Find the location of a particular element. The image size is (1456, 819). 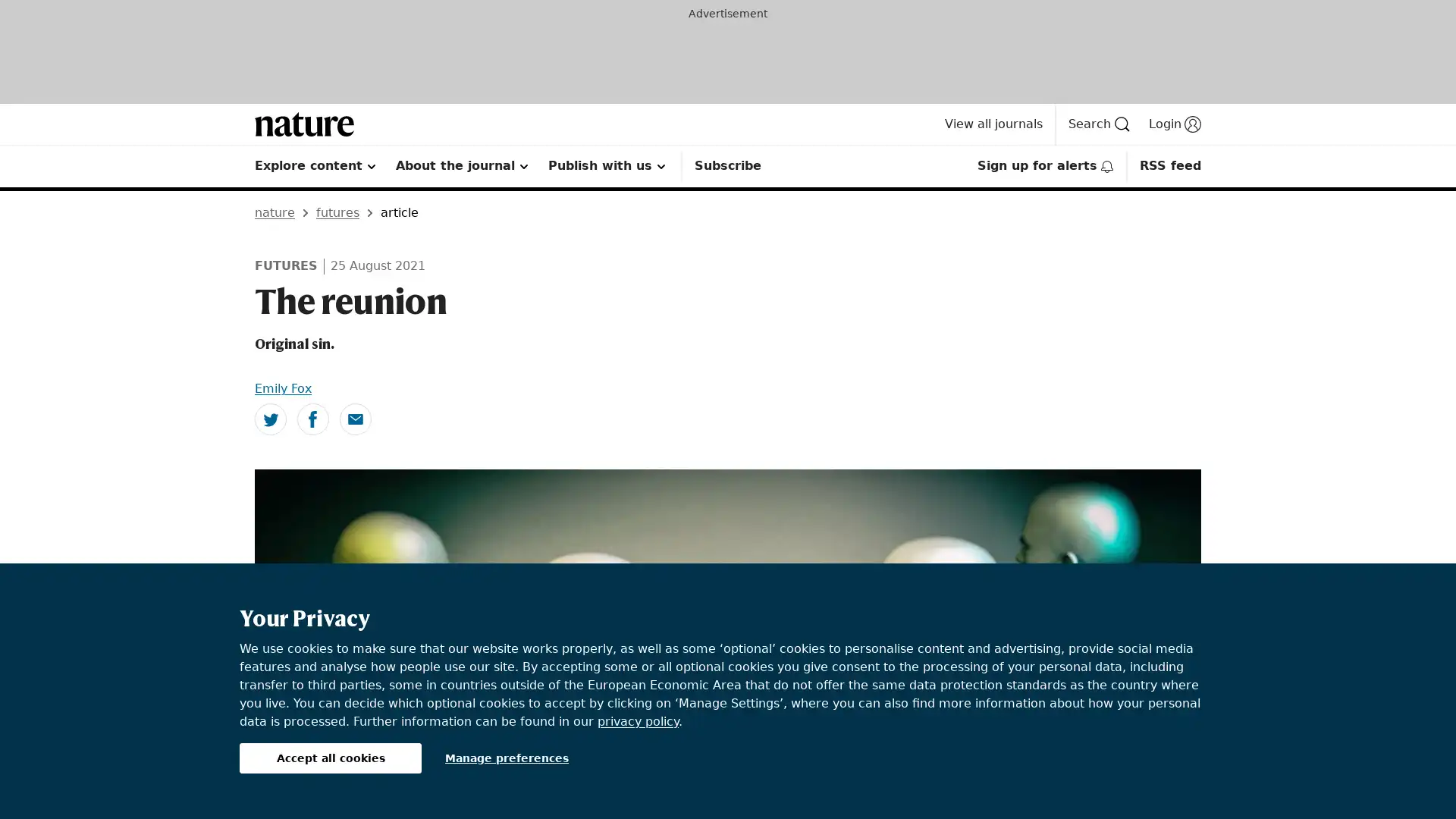

Manage preferences is located at coordinates (507, 758).